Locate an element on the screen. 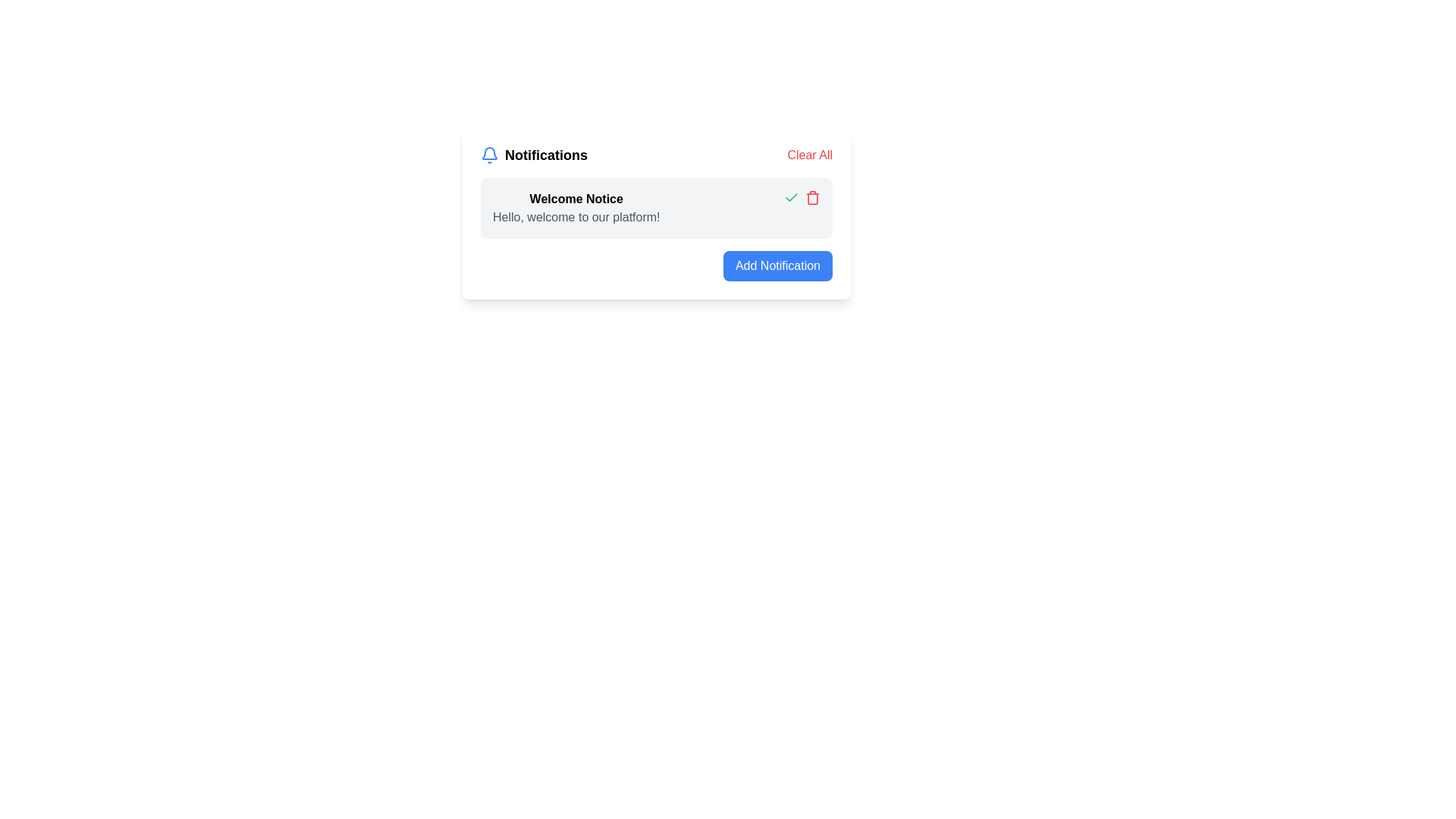  text from the 'Welcome Notice' block, which includes the title 'Welcome Notice' and the body text 'Hello, welcome to our platform!' located within the main notification card is located at coordinates (576, 208).